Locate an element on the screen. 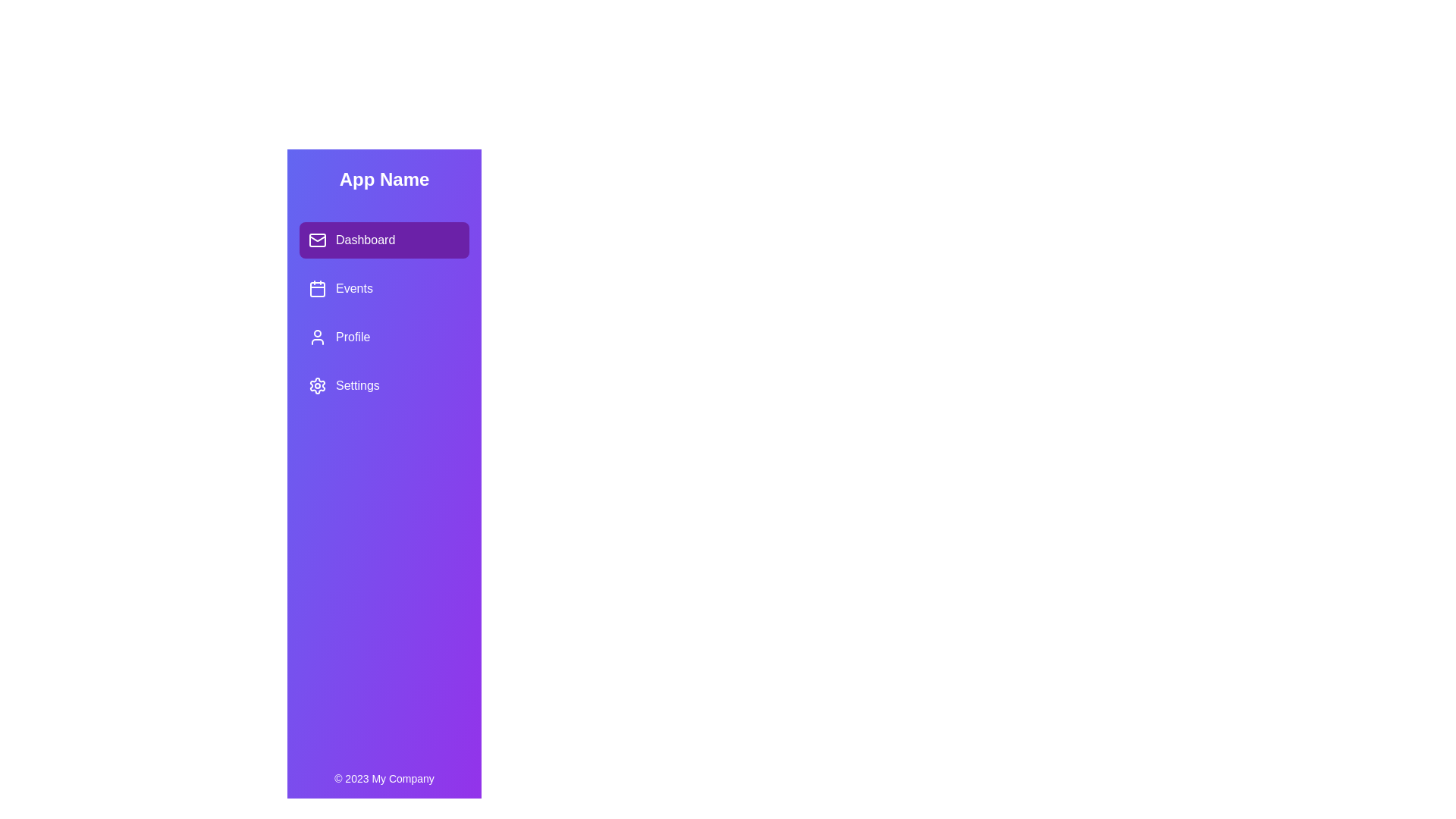 This screenshot has width=1456, height=819. the navigation item Dashboard to highlight it is located at coordinates (384, 239).